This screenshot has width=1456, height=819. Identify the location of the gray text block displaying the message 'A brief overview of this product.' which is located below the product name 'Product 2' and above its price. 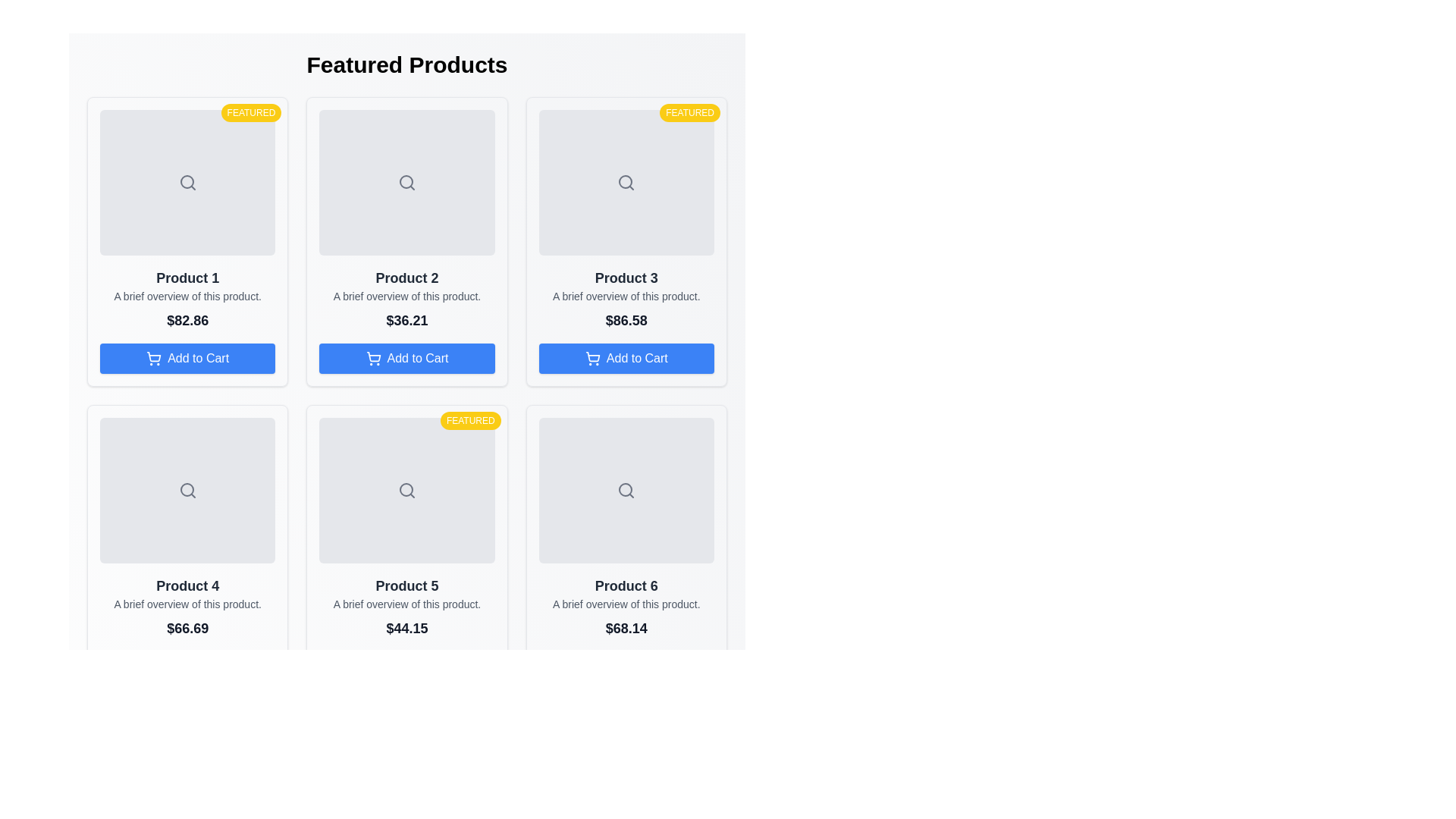
(407, 296).